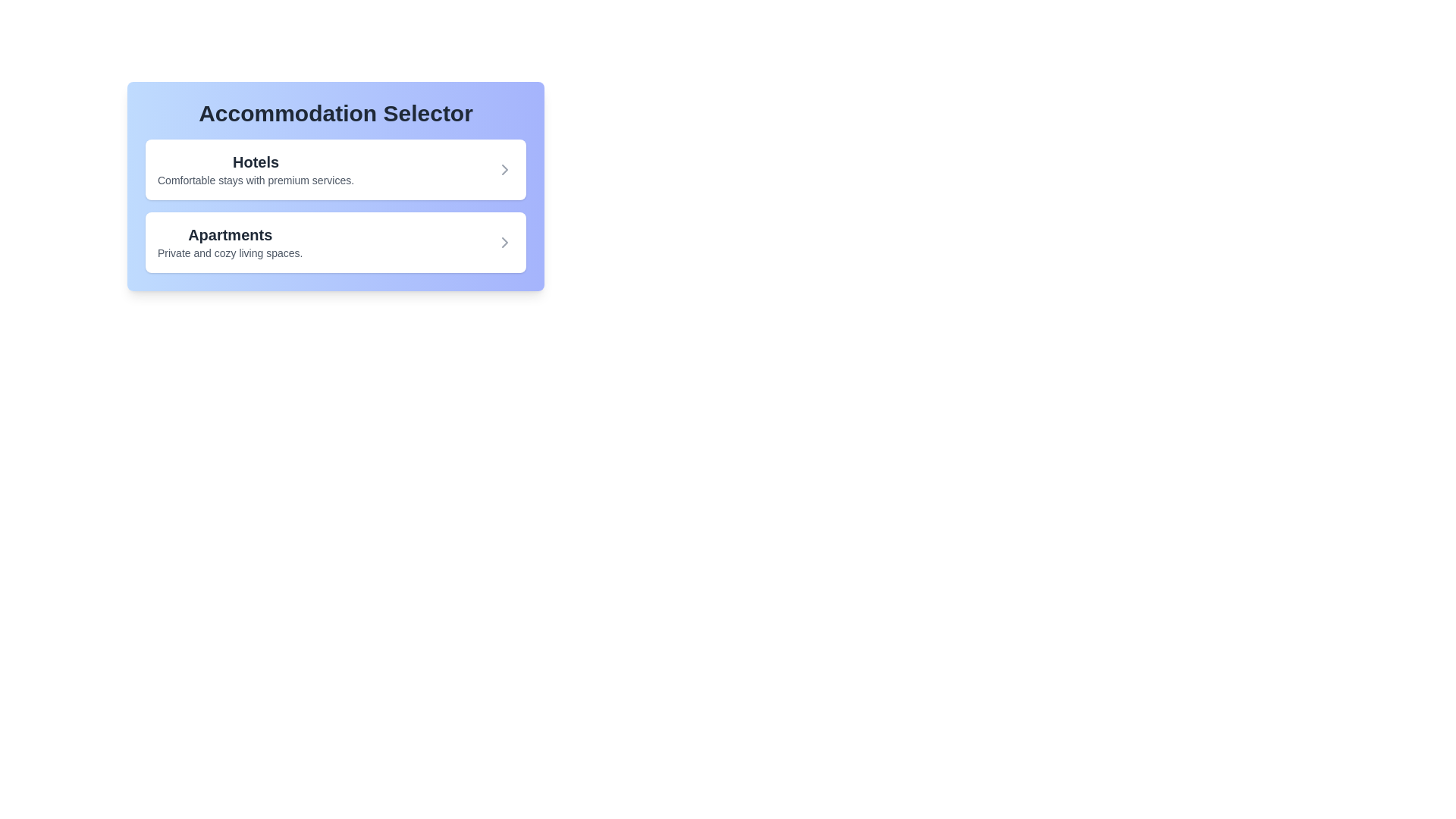 Image resolution: width=1456 pixels, height=819 pixels. What do you see at coordinates (334, 242) in the screenshot?
I see `the second card titled 'Apartments' in the 'Accommodation Selector' section` at bounding box center [334, 242].